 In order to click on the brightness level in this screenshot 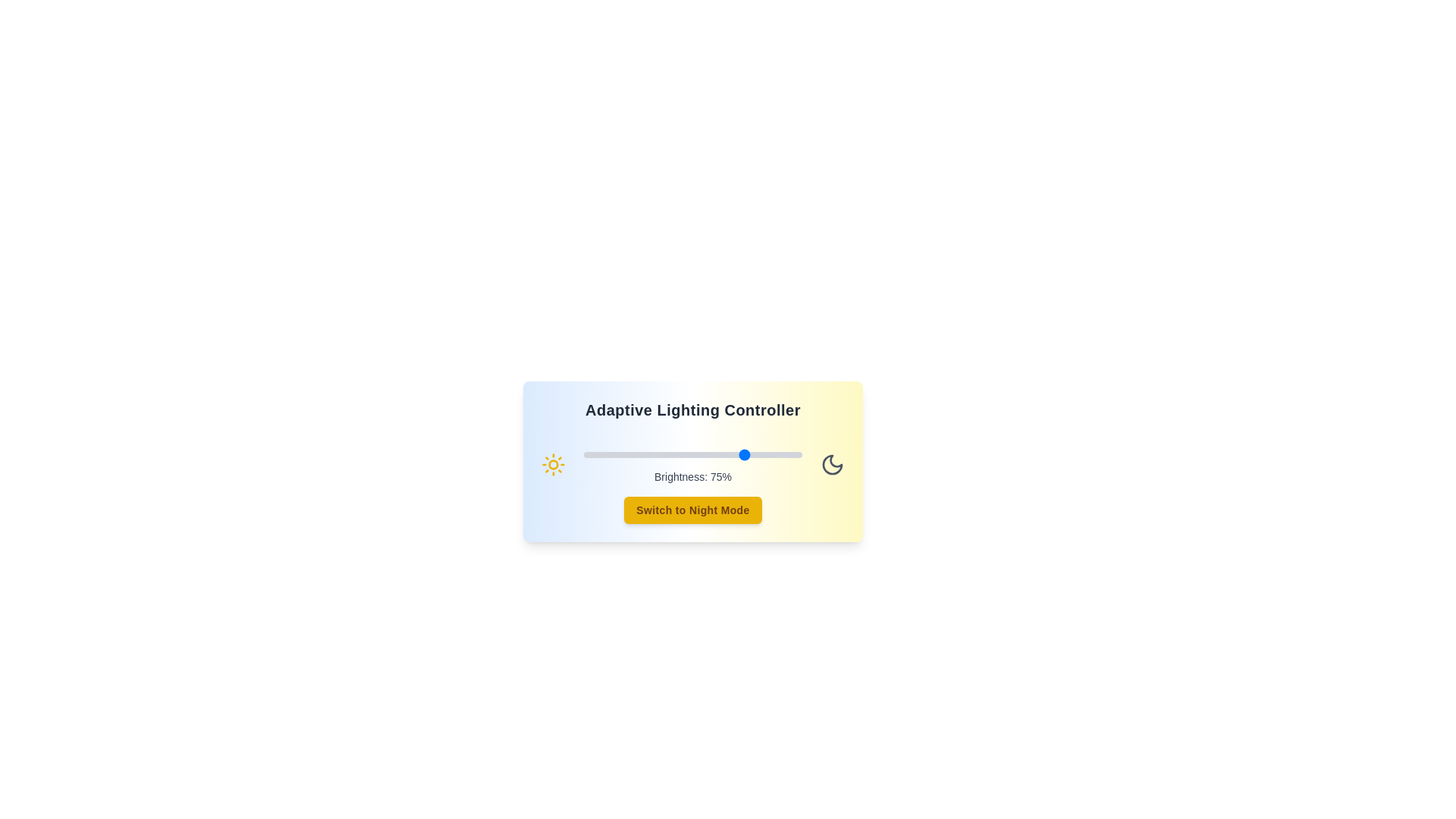, I will do `click(725, 454)`.